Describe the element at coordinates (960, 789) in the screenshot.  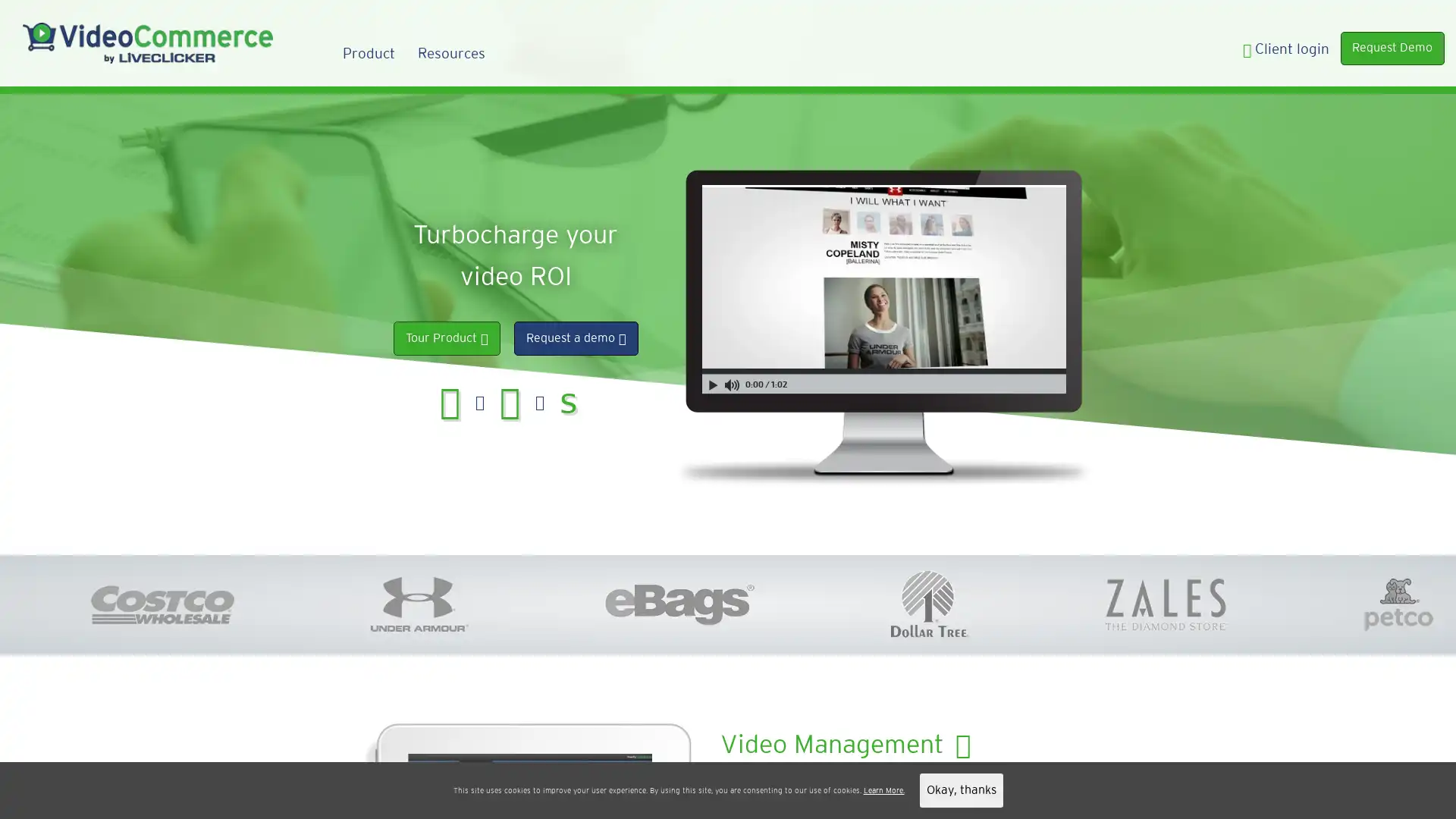
I see `Okay, thanks` at that location.